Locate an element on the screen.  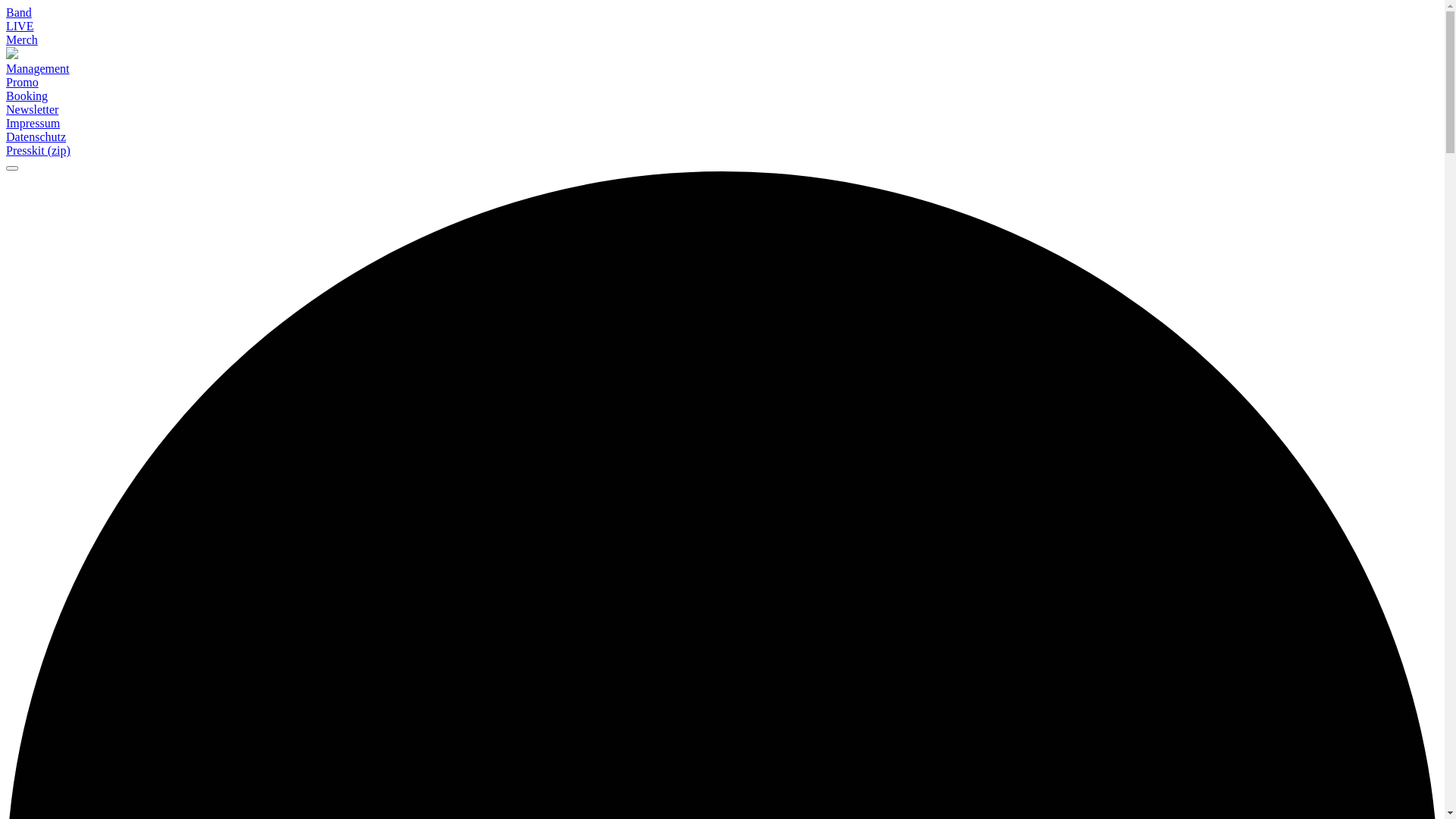
'Impressum' is located at coordinates (33, 122).